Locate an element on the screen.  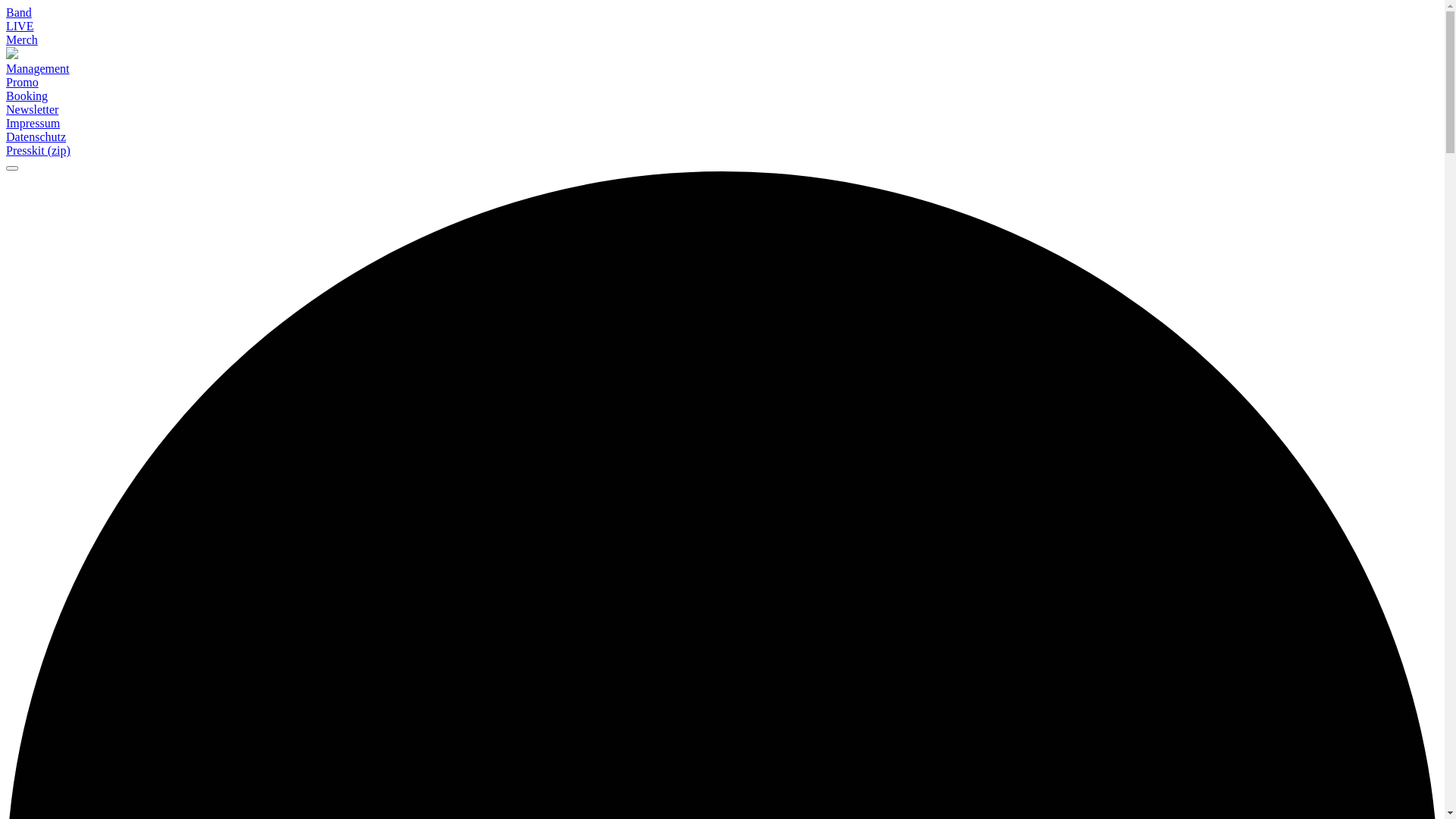
'Impressum' is located at coordinates (33, 122).